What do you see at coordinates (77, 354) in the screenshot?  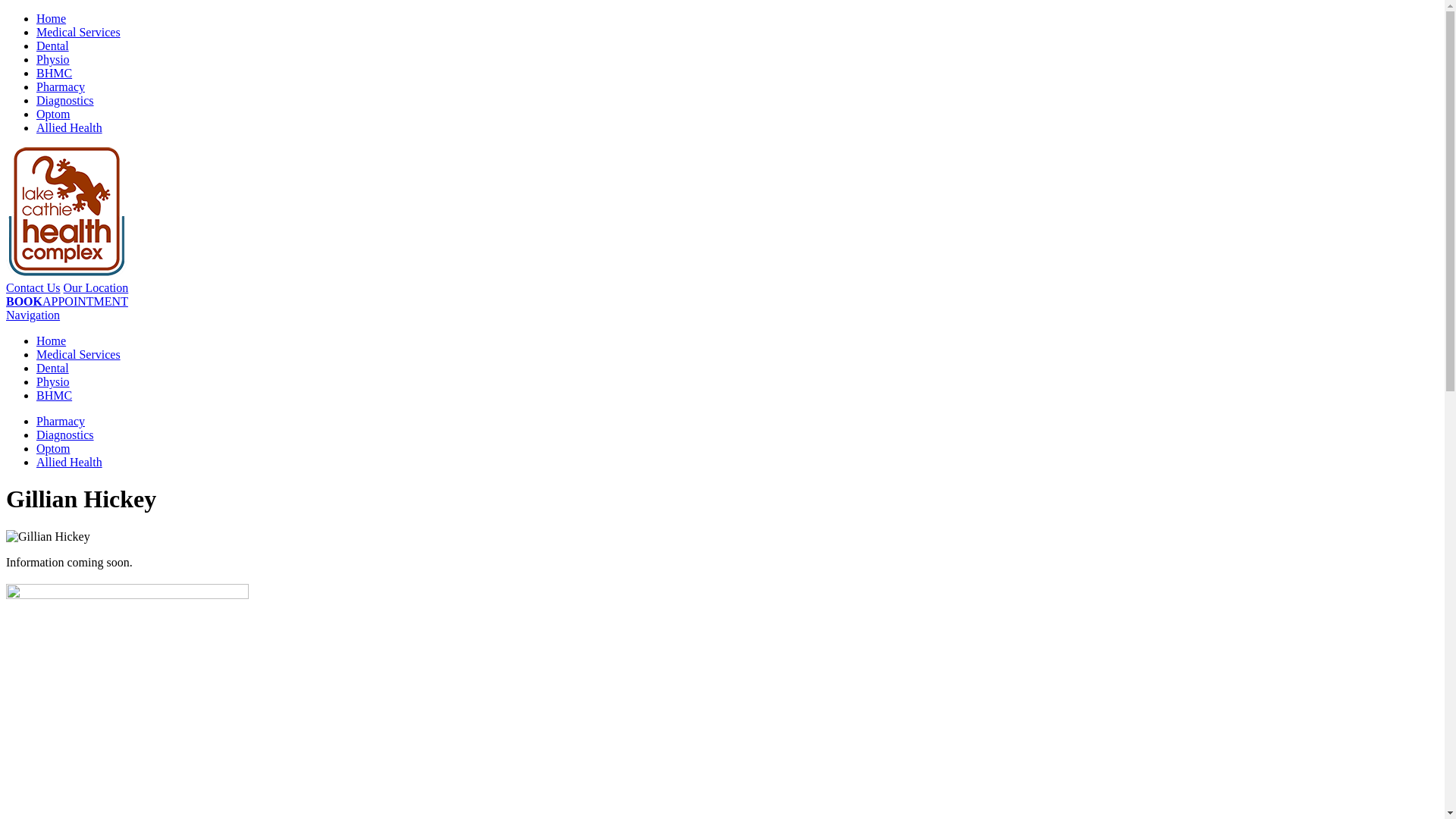 I see `'Medical Services'` at bounding box center [77, 354].